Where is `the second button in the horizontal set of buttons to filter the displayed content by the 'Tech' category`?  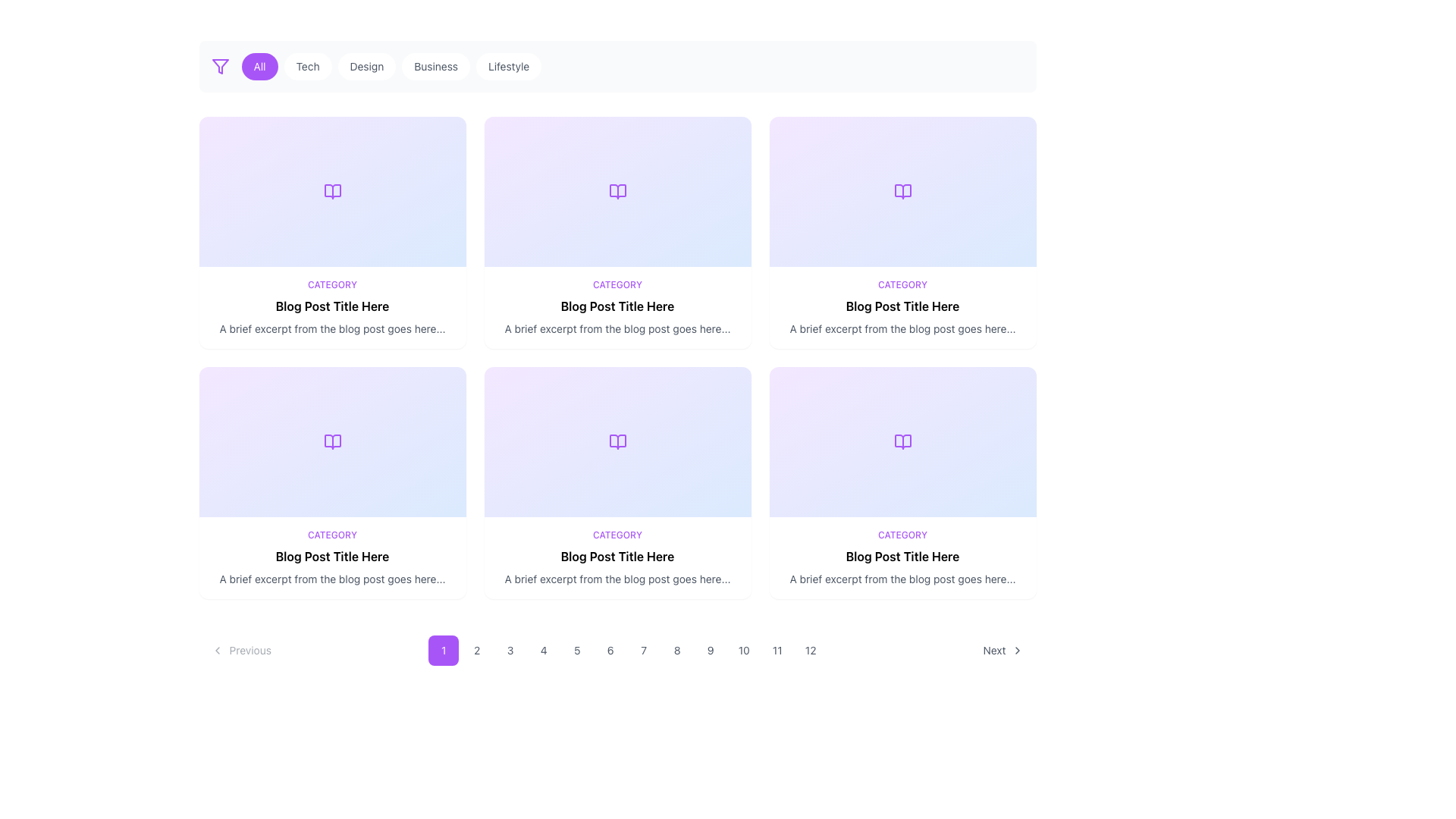
the second button in the horizontal set of buttons to filter the displayed content by the 'Tech' category is located at coordinates (307, 66).